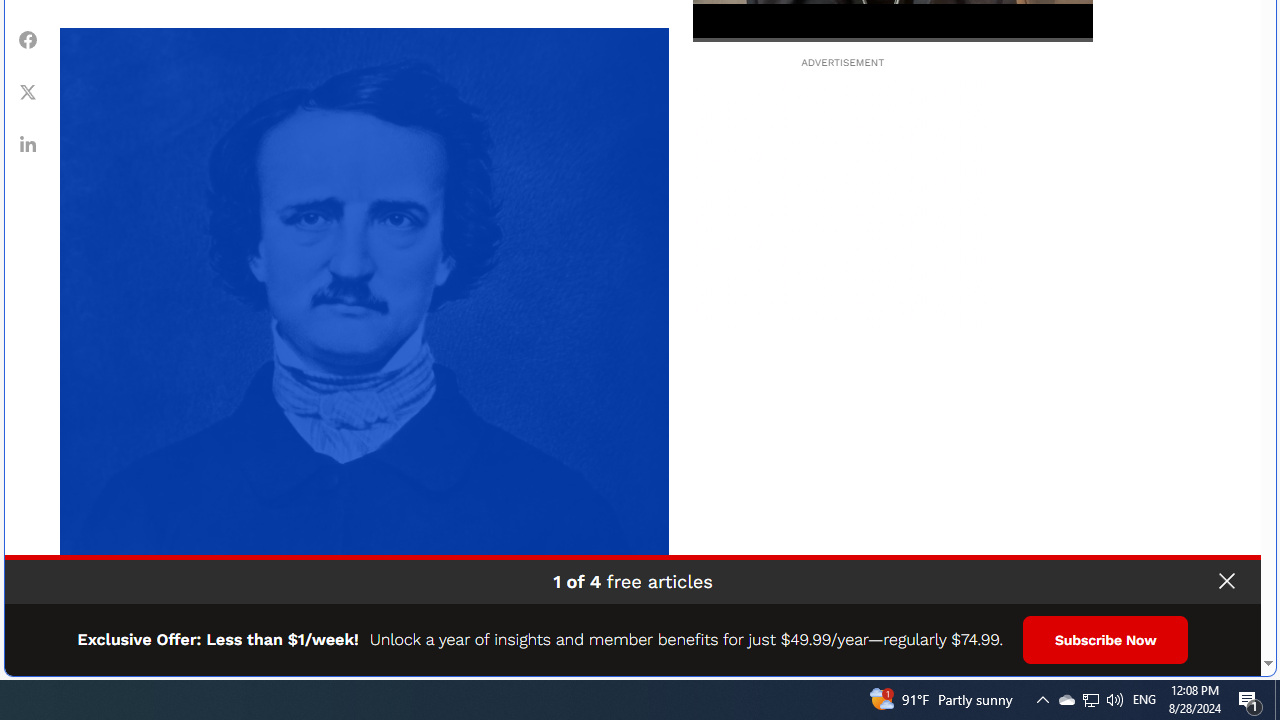 This screenshot has width=1280, height=720. I want to click on 'Class: fs-icon fs-icon--linkedin', so click(28, 142).